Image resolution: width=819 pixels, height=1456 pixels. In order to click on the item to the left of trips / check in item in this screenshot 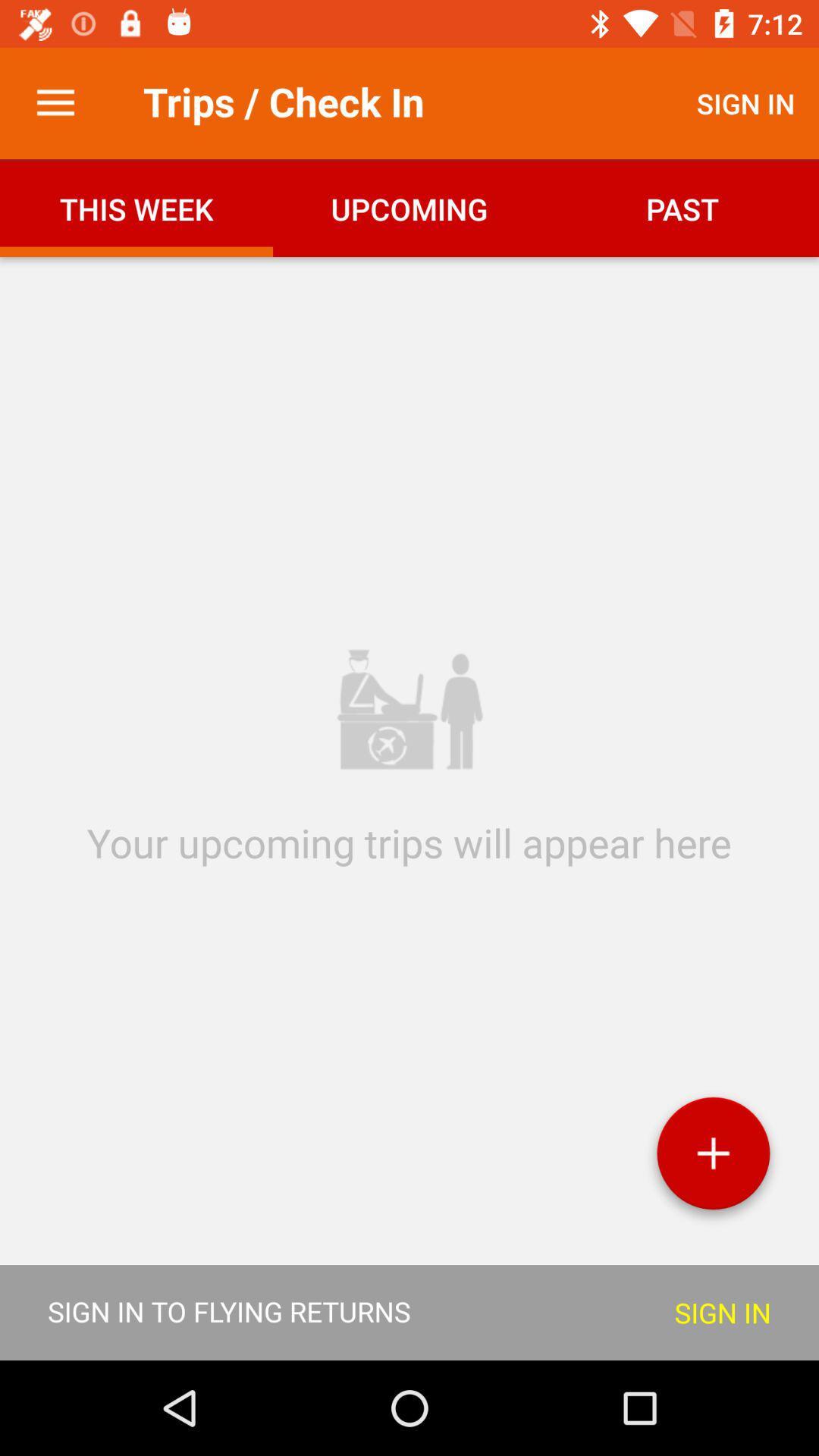, I will do `click(55, 102)`.